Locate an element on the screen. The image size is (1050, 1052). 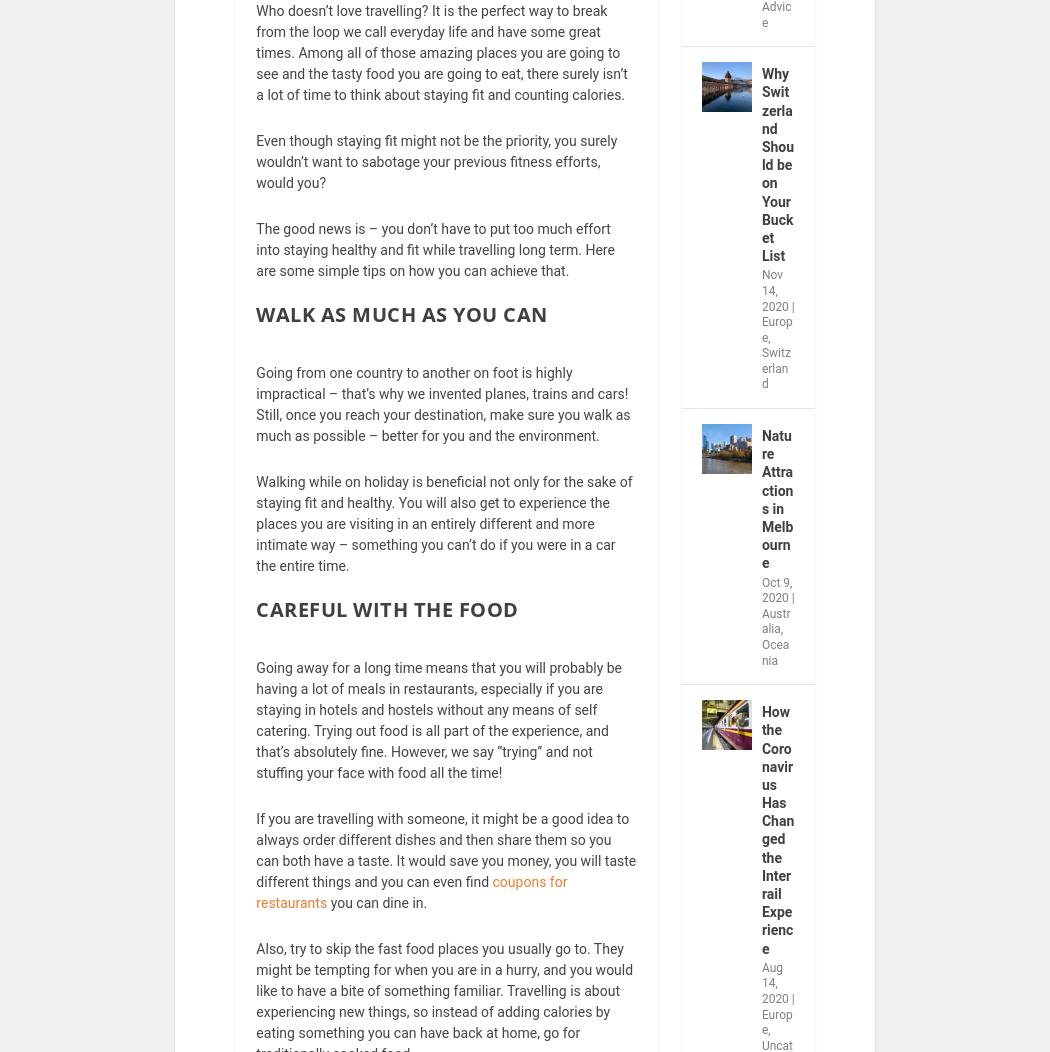
'The good news is – you don’t have to put too much effort into staying healthy and fit while travelling long term. Here are some simple tips on how you can achieve that.' is located at coordinates (434, 263).